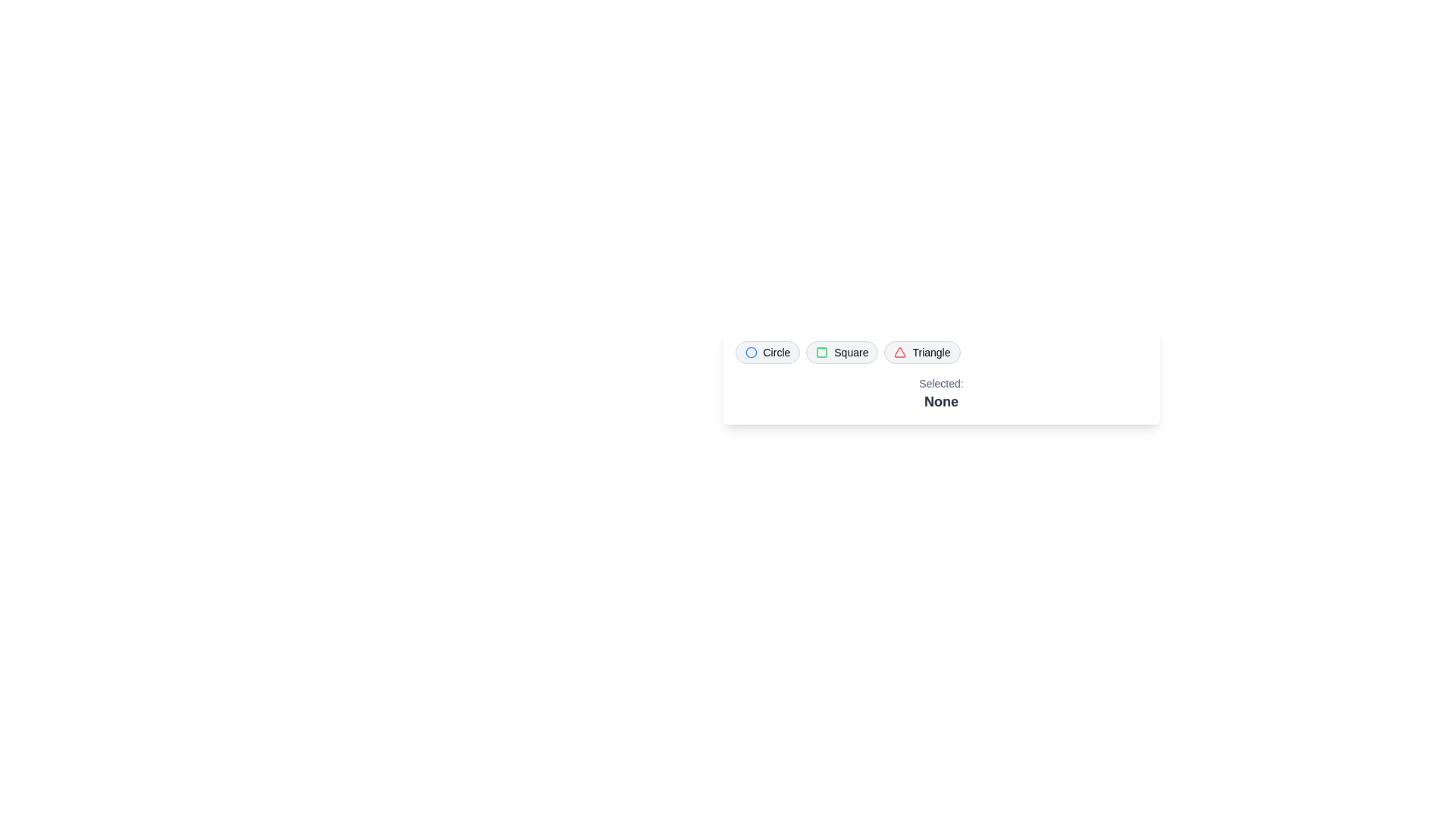 The height and width of the screenshot is (819, 1456). What do you see at coordinates (921, 353) in the screenshot?
I see `the chip labeled Triangle` at bounding box center [921, 353].